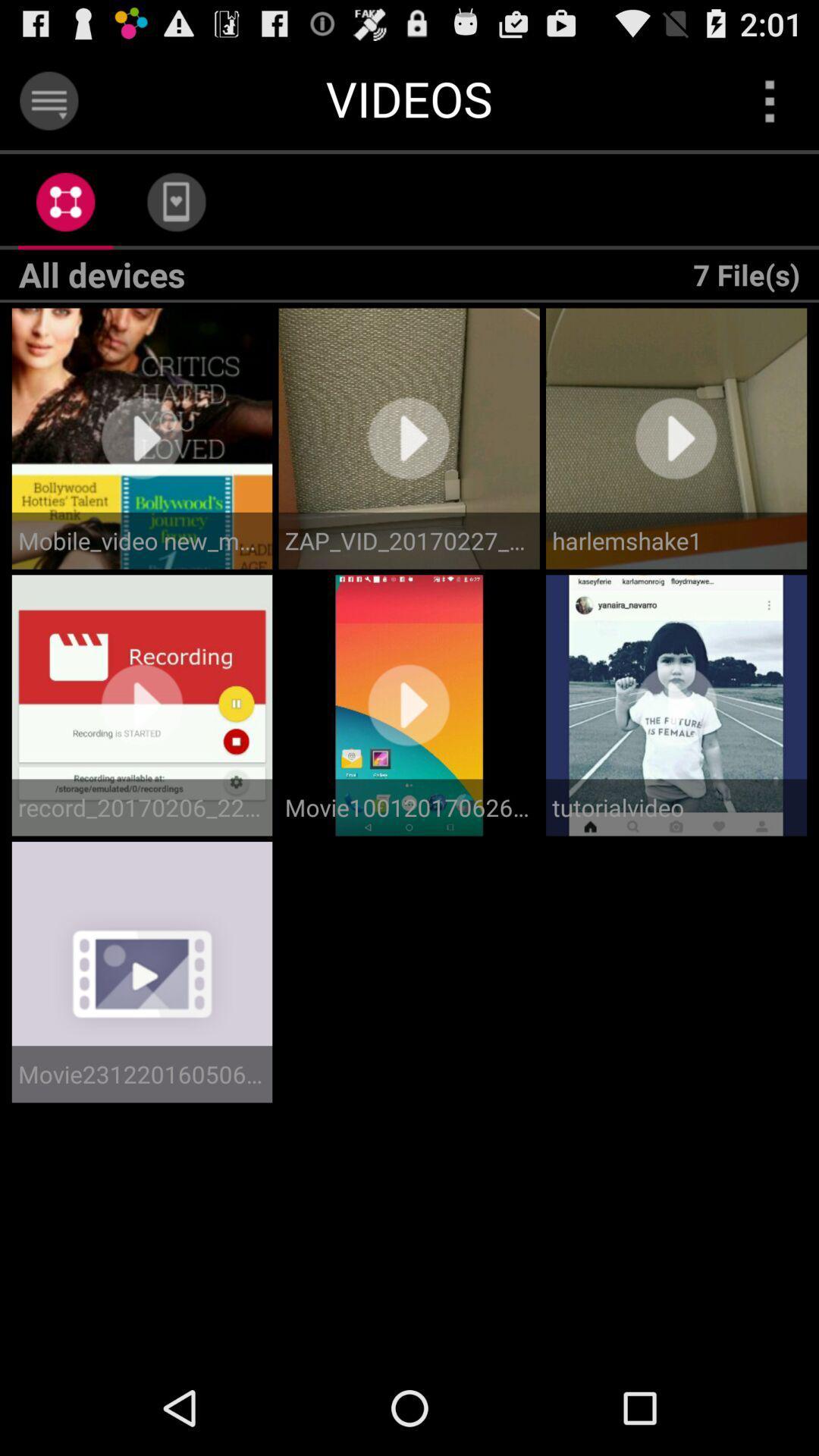 The height and width of the screenshot is (1456, 819). Describe the element at coordinates (48, 107) in the screenshot. I see `the menu icon` at that location.